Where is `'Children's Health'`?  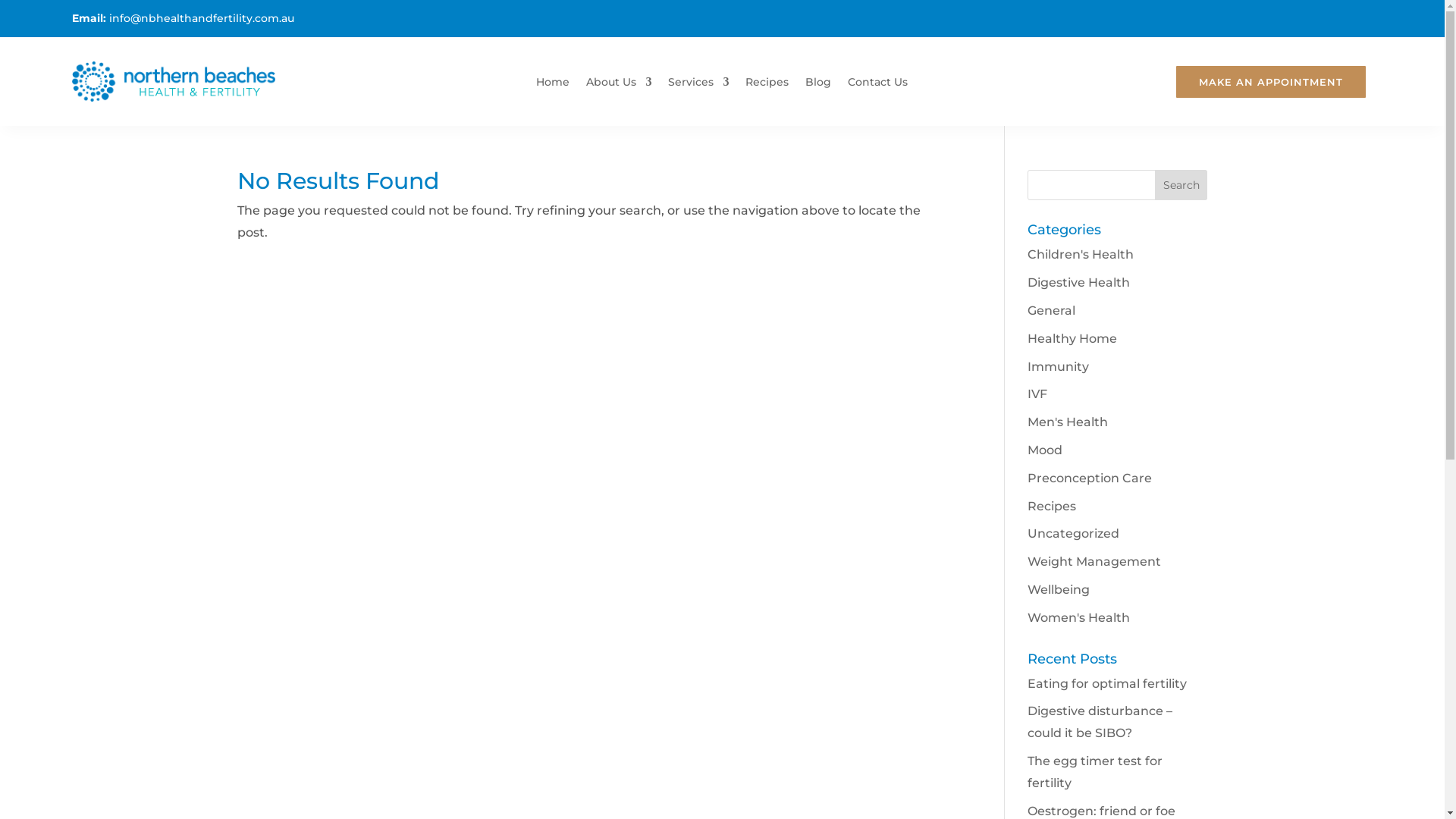 'Children's Health' is located at coordinates (1080, 253).